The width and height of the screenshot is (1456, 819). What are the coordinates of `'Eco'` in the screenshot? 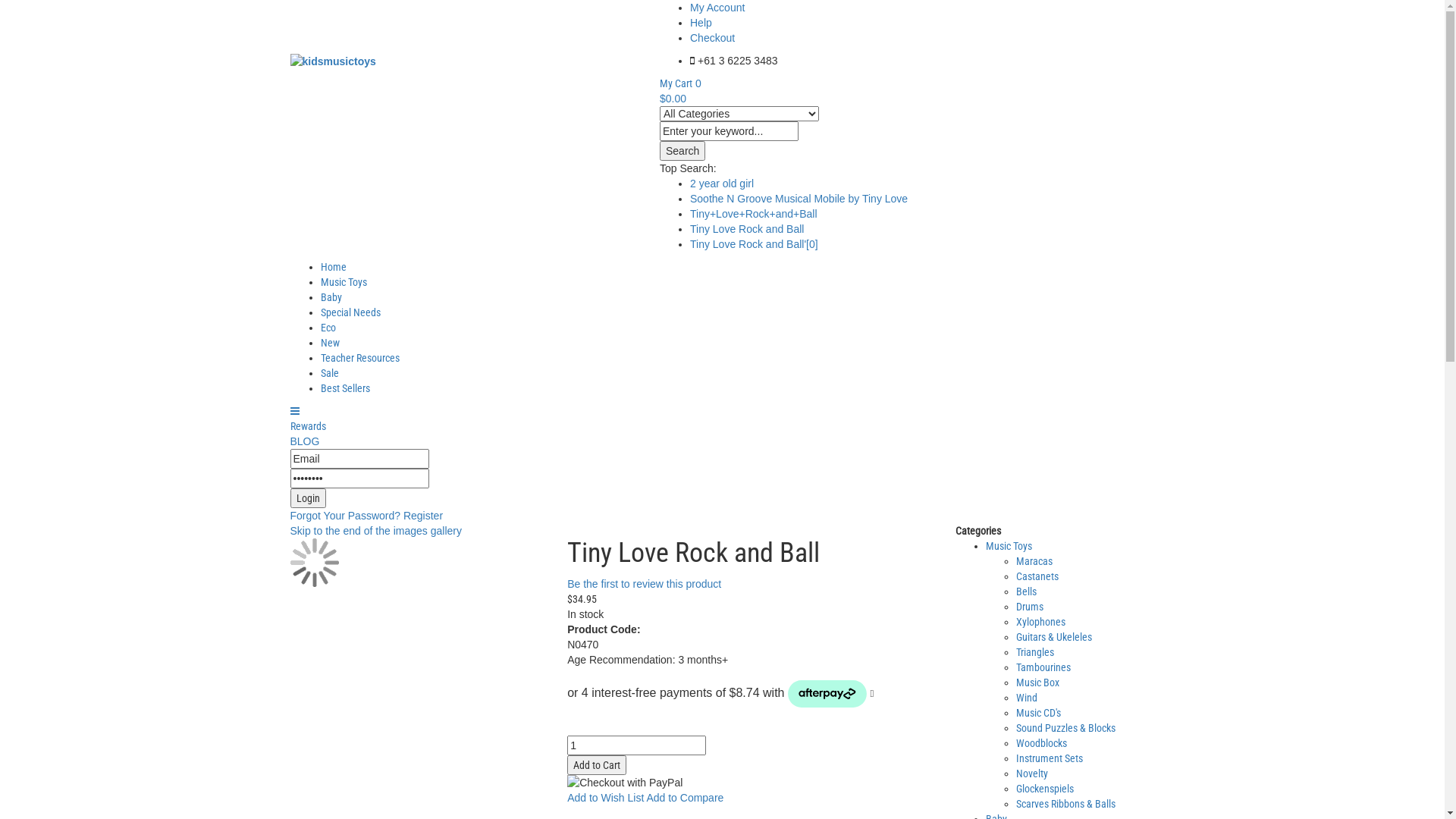 It's located at (327, 327).